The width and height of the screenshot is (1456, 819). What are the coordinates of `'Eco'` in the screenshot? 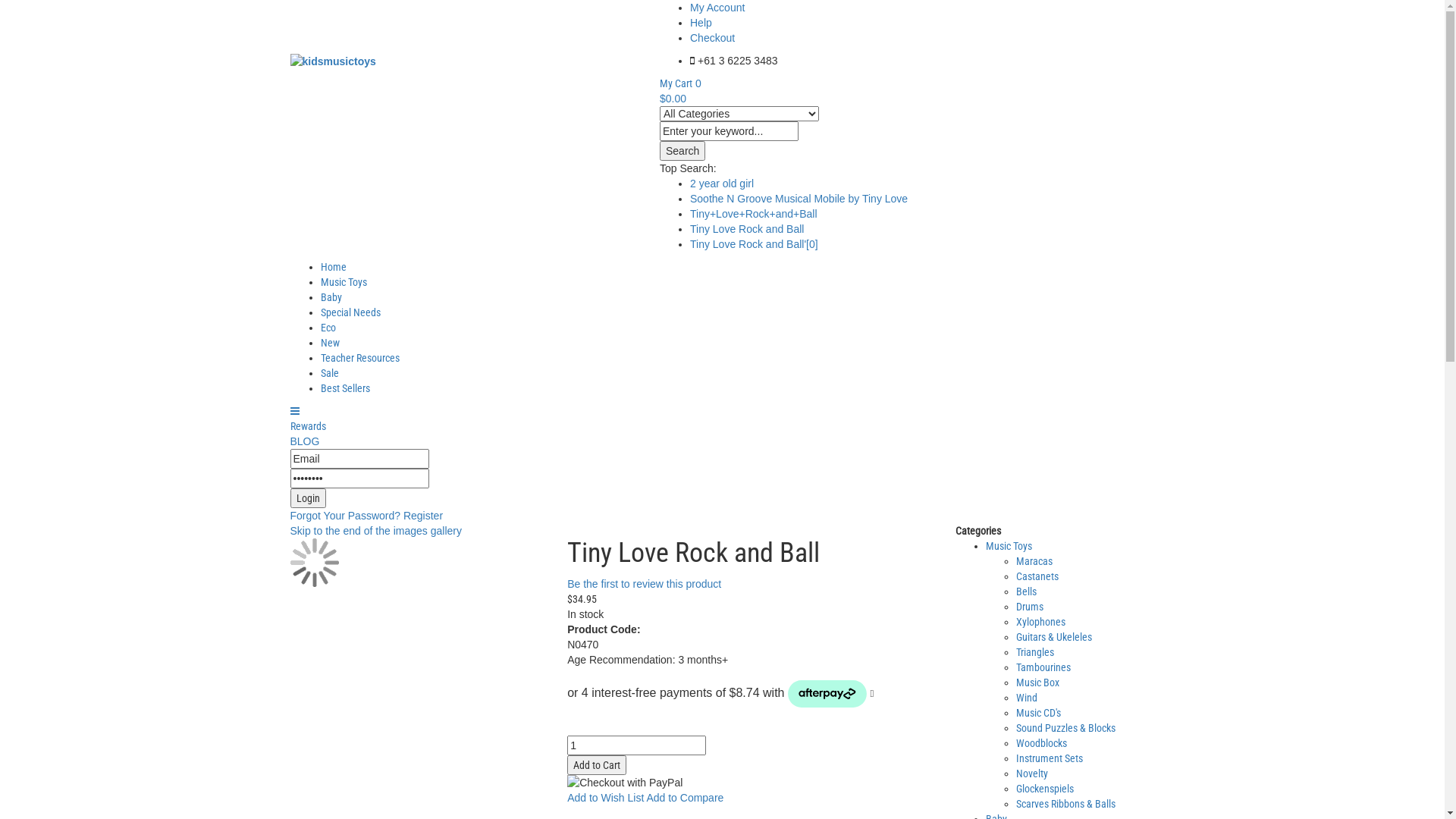 It's located at (327, 327).